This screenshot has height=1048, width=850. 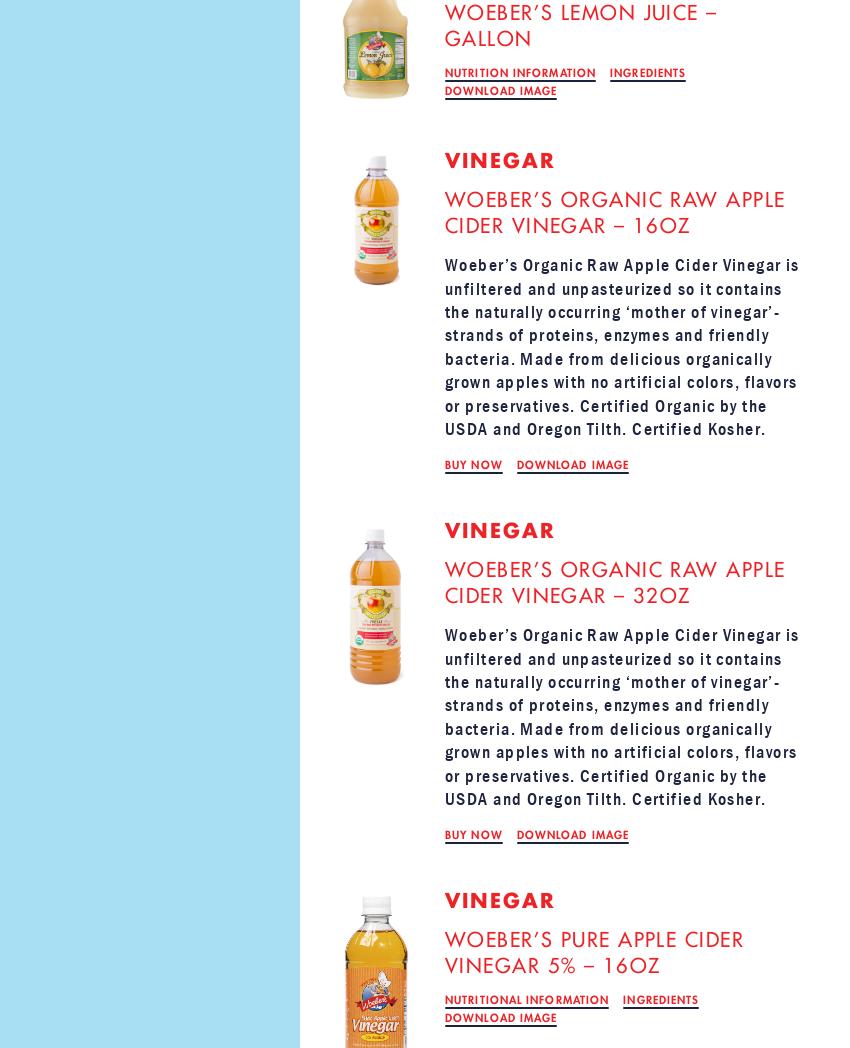 What do you see at coordinates (526, 999) in the screenshot?
I see `'NUTRITIONAL INFORMATION'` at bounding box center [526, 999].